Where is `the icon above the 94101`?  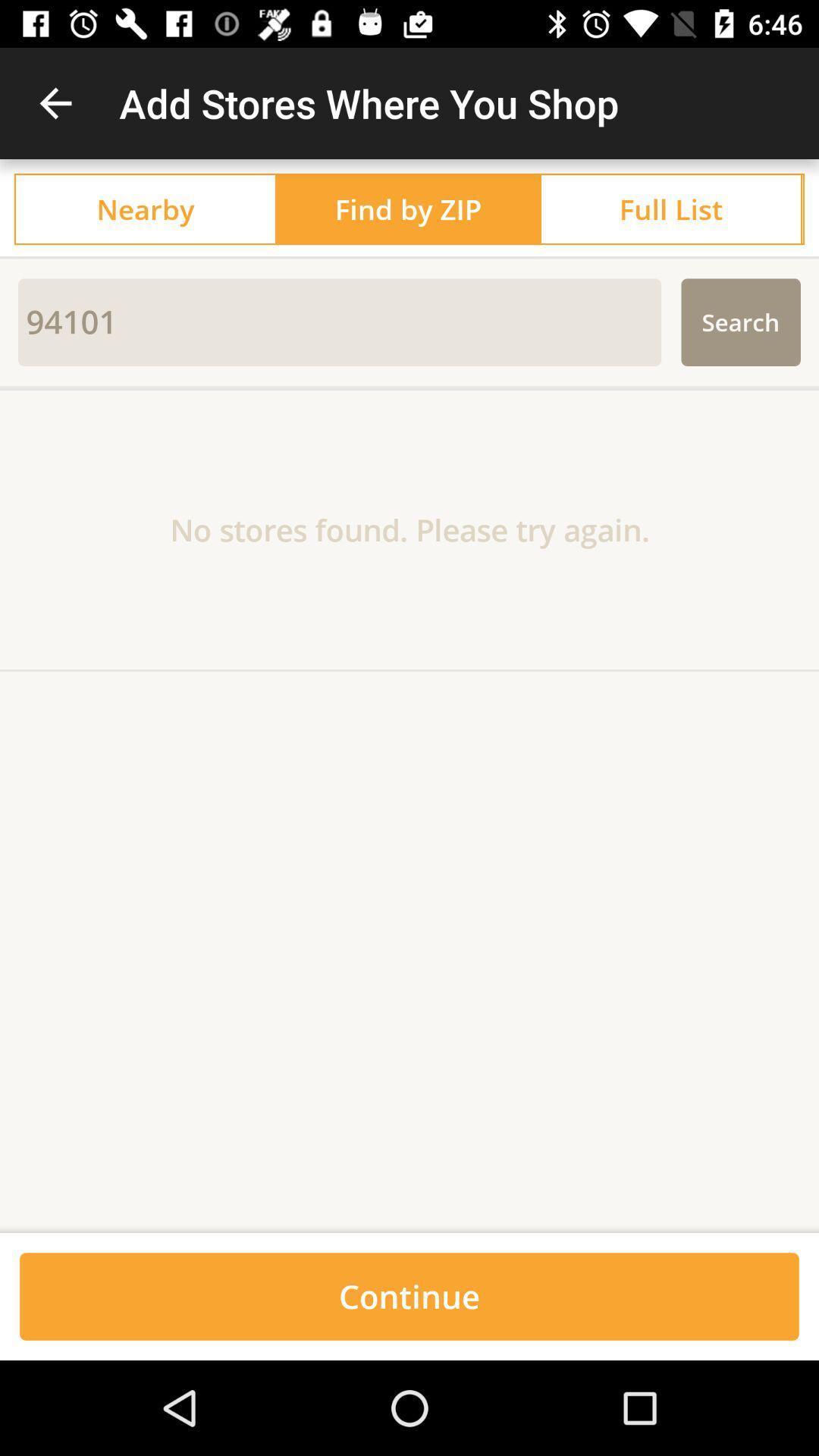
the icon above the 94101 is located at coordinates (409, 257).